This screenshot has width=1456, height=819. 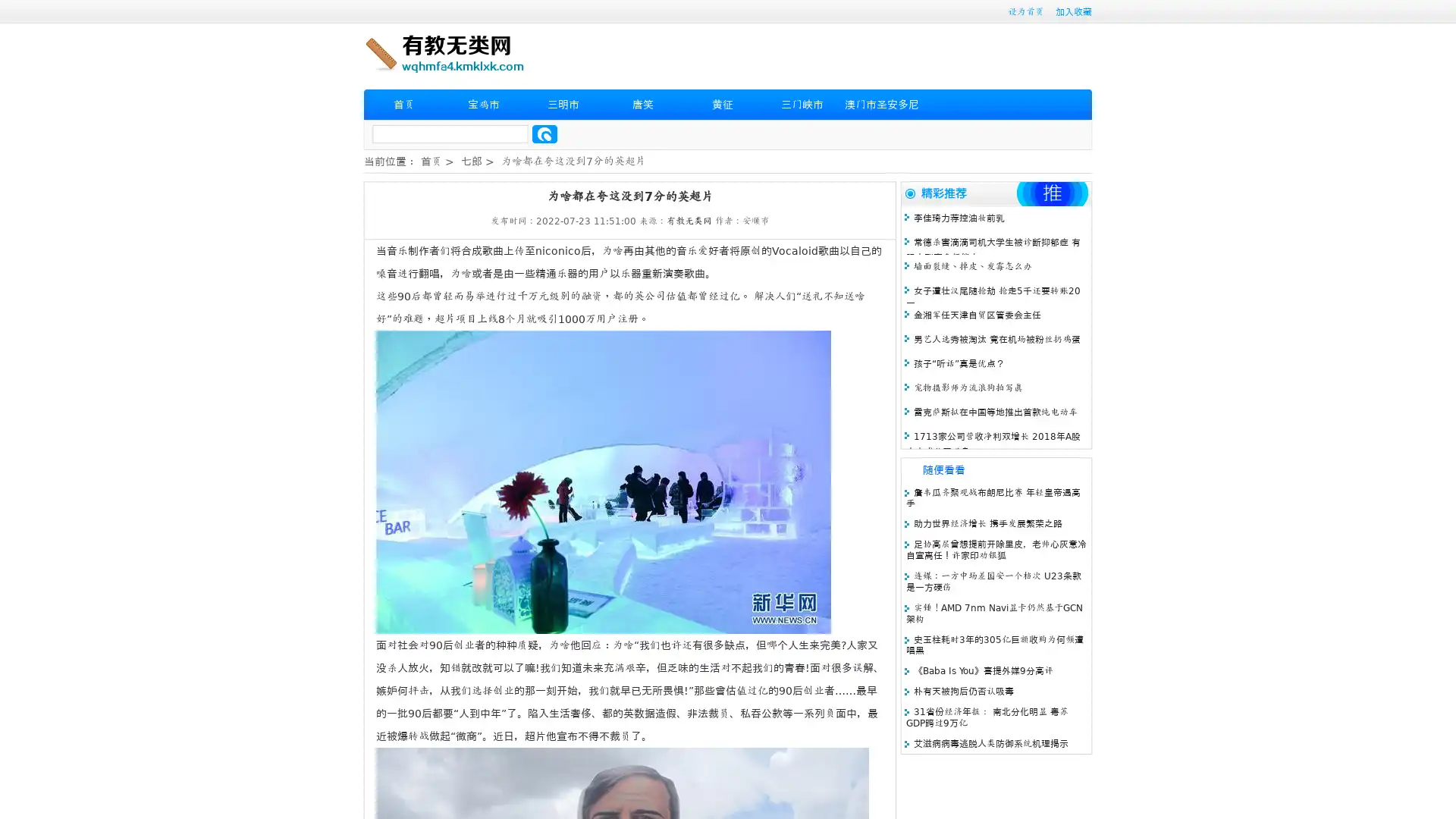 I want to click on Search, so click(x=544, y=133).